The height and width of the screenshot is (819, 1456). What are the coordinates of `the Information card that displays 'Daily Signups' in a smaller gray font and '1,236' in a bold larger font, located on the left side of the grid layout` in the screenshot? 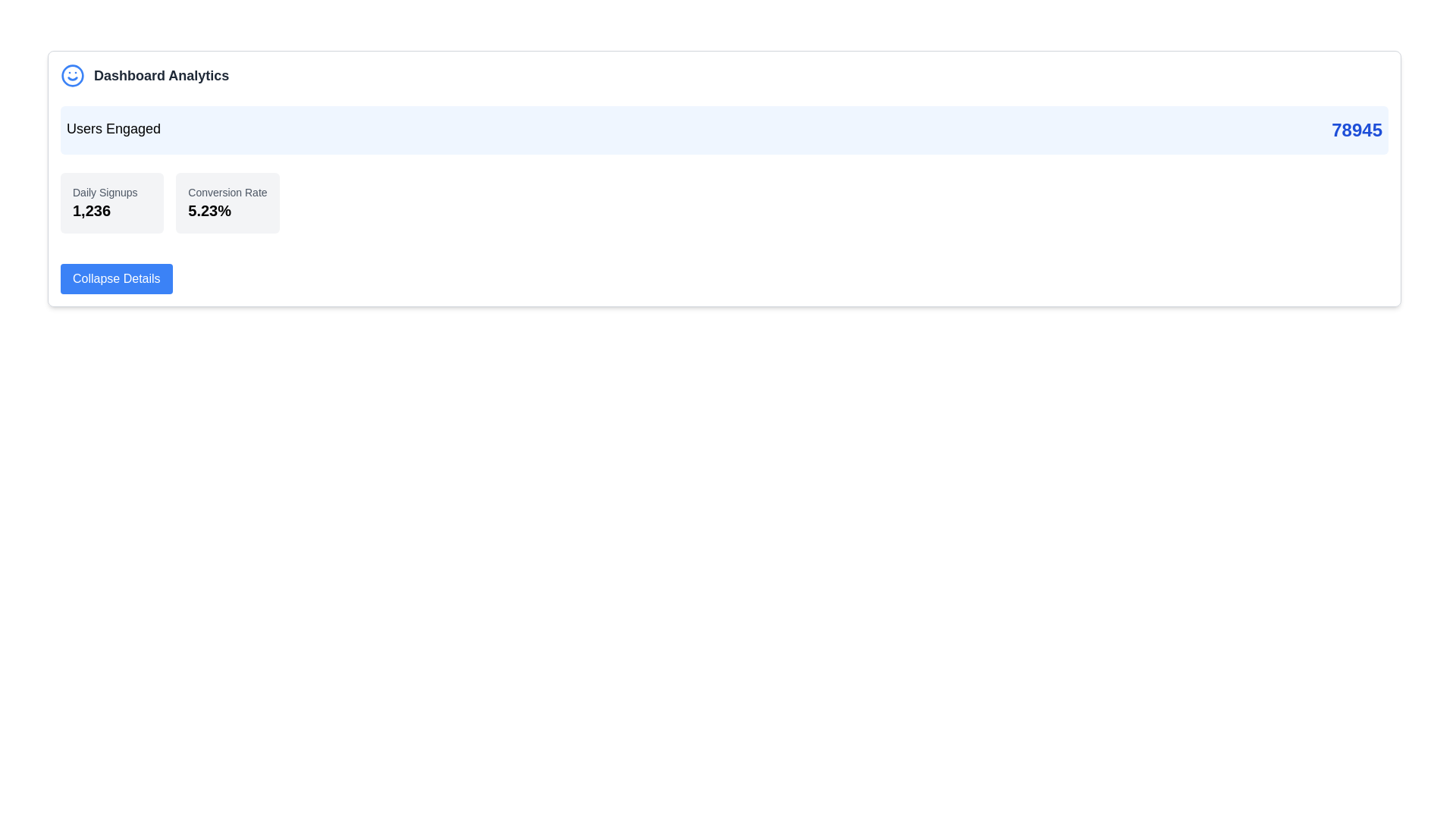 It's located at (111, 202).